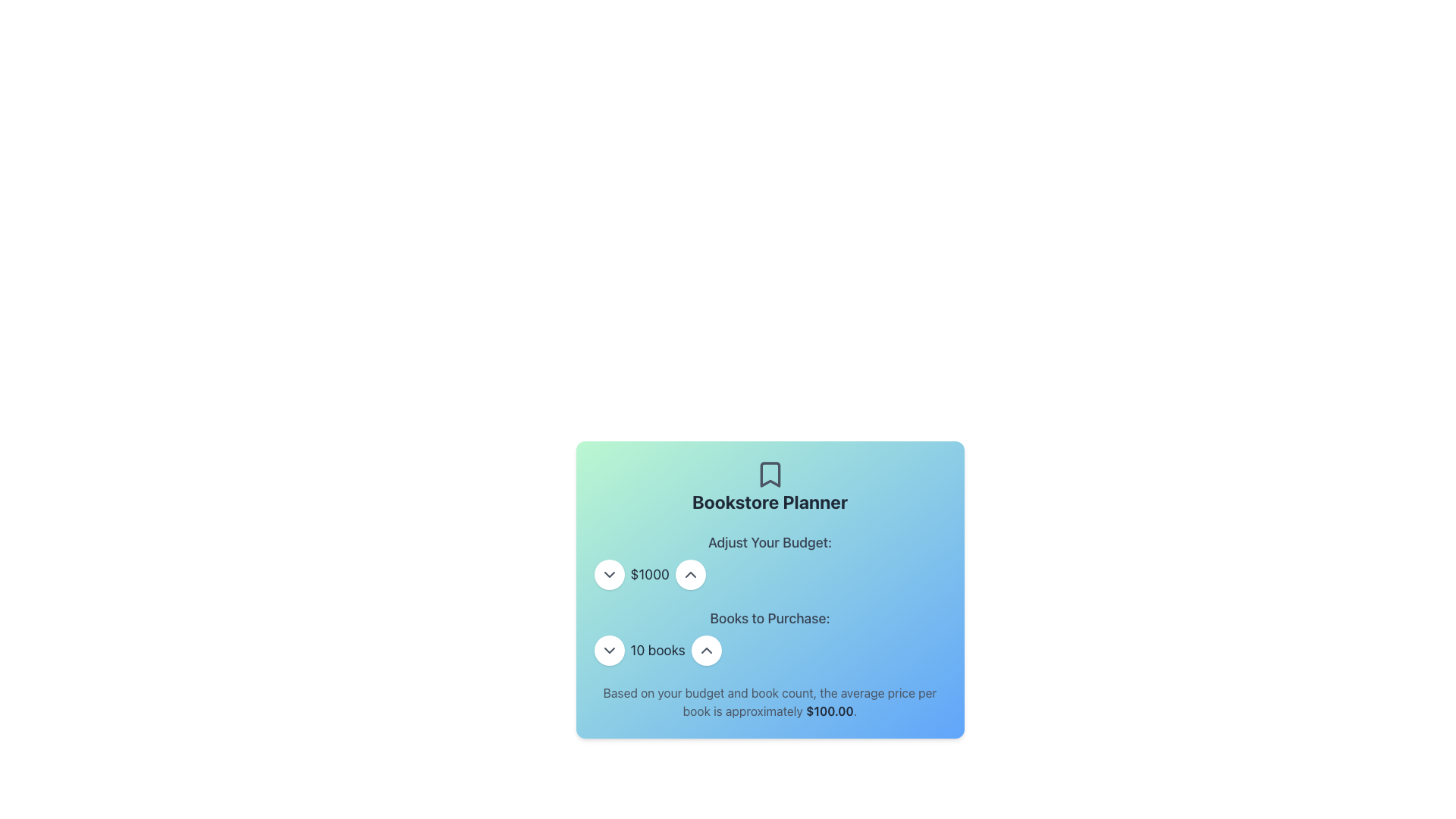 The image size is (1456, 819). Describe the element at coordinates (705, 649) in the screenshot. I see `the upward-pointing chevron button located on the right side of the 'Books` at that location.